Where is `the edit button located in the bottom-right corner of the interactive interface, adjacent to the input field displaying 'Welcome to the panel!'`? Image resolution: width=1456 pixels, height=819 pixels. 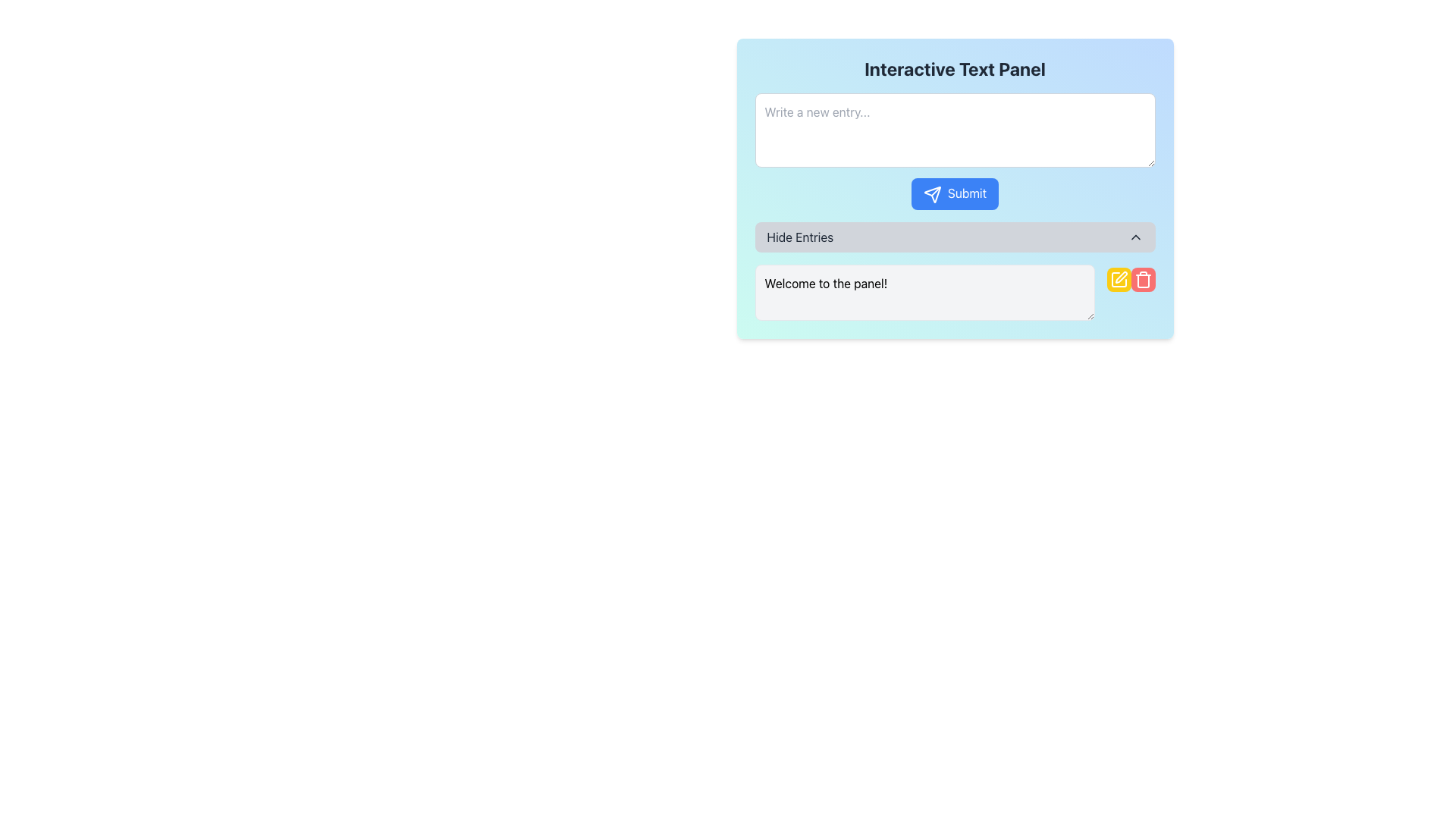
the edit button located in the bottom-right corner of the interactive interface, adjacent to the input field displaying 'Welcome to the panel!' is located at coordinates (1119, 279).